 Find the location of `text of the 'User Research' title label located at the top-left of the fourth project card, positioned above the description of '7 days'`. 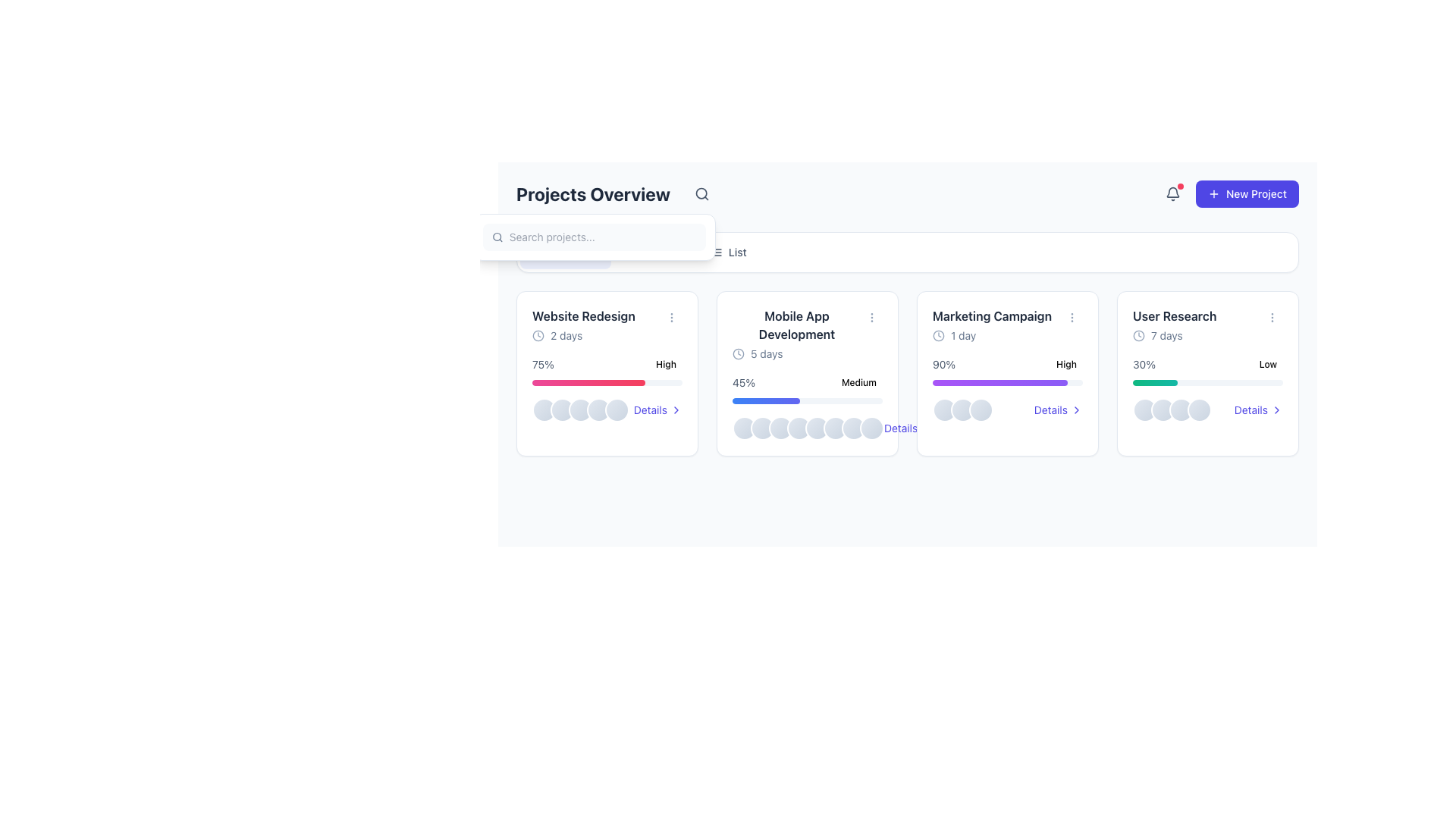

text of the 'User Research' title label located at the top-left of the fourth project card, positioned above the description of '7 days' is located at coordinates (1174, 315).